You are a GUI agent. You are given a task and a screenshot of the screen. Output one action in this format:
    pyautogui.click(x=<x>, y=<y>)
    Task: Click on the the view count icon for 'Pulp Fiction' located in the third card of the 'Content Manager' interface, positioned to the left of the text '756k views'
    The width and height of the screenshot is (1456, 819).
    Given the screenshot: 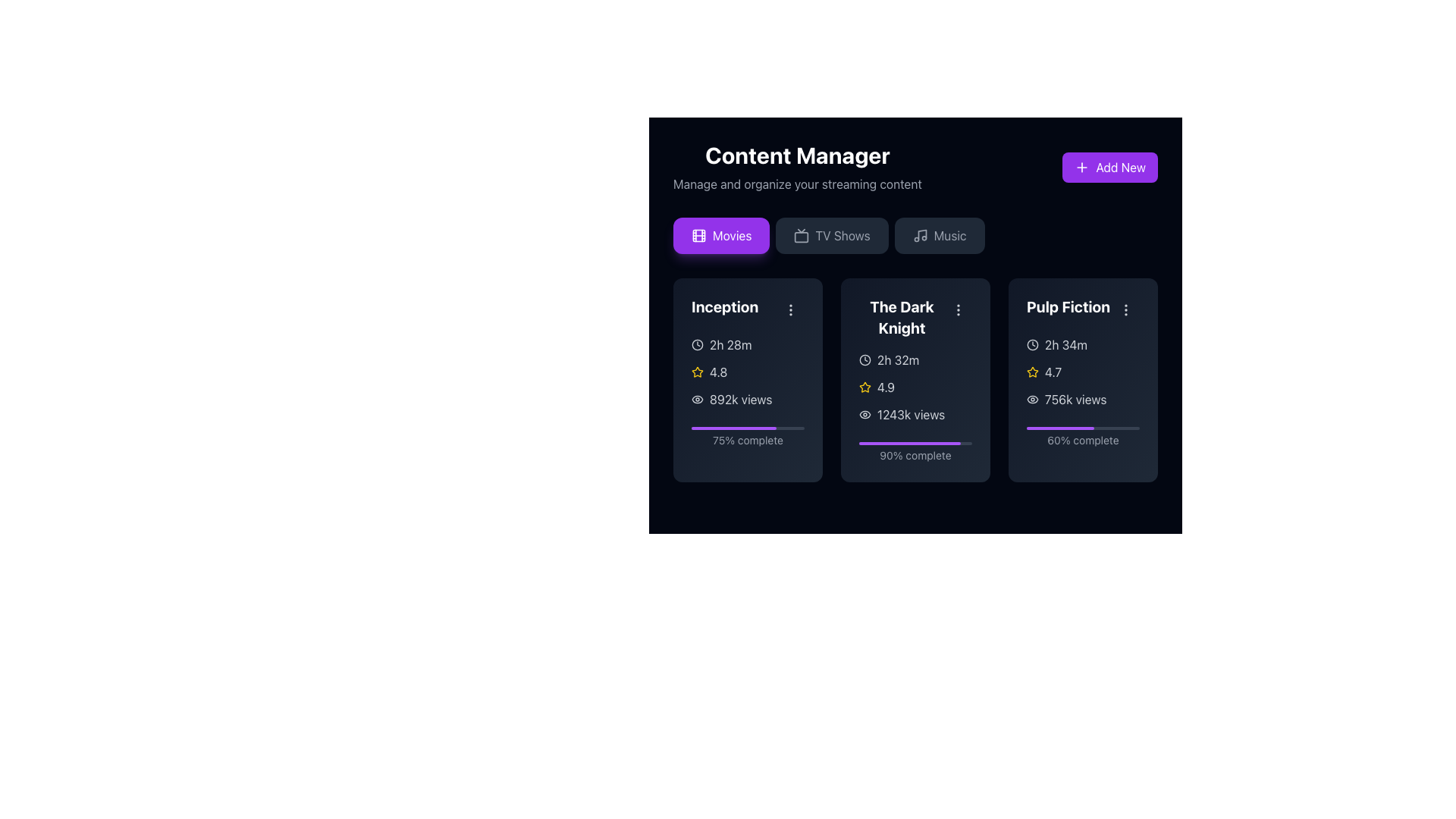 What is the action you would take?
    pyautogui.click(x=1032, y=399)
    